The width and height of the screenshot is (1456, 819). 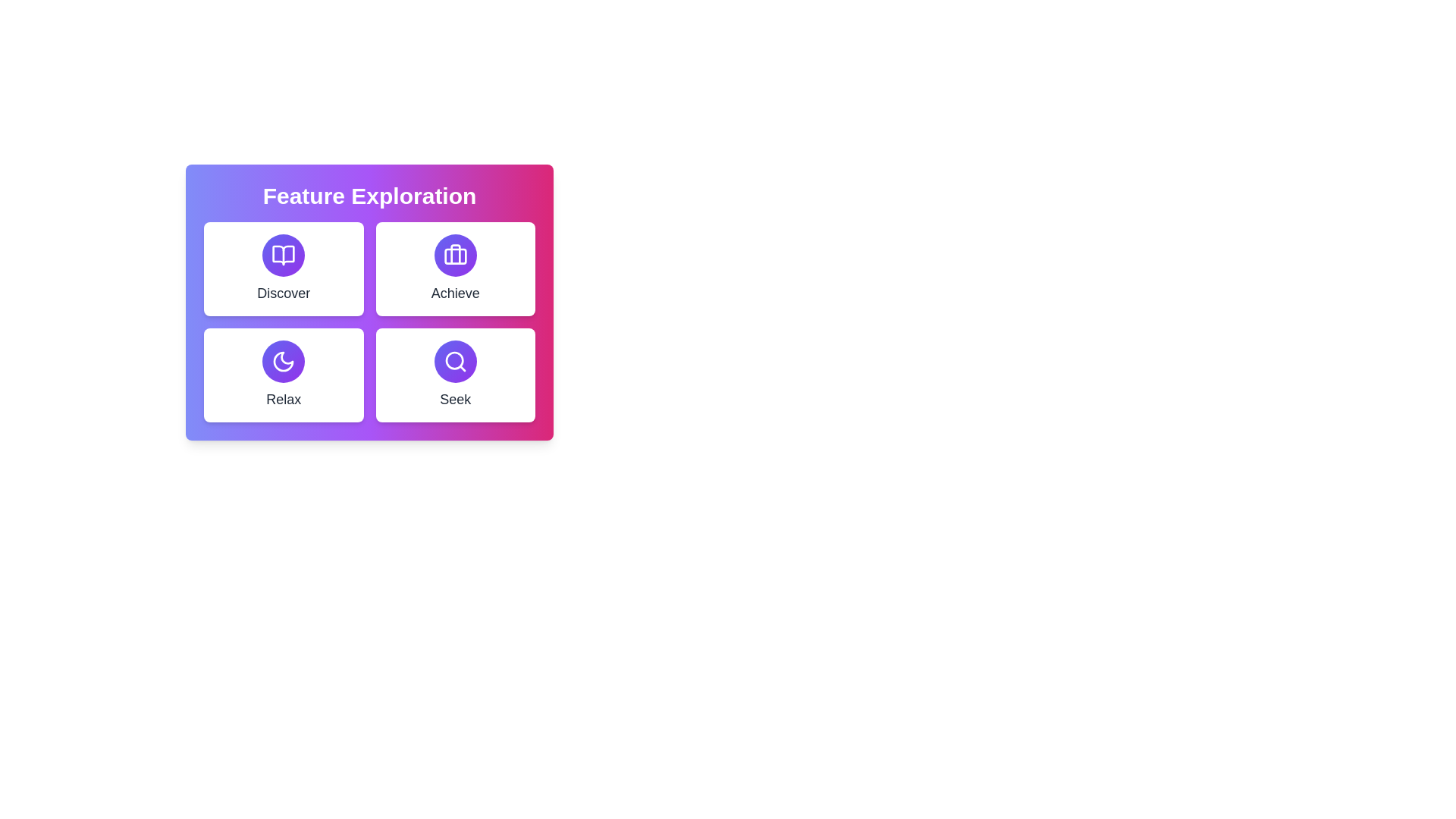 I want to click on the 'Achieve' icon, which is located at the top-right of the 2x2 grid layout under the 'Feature Exploration' heading, so click(x=454, y=254).